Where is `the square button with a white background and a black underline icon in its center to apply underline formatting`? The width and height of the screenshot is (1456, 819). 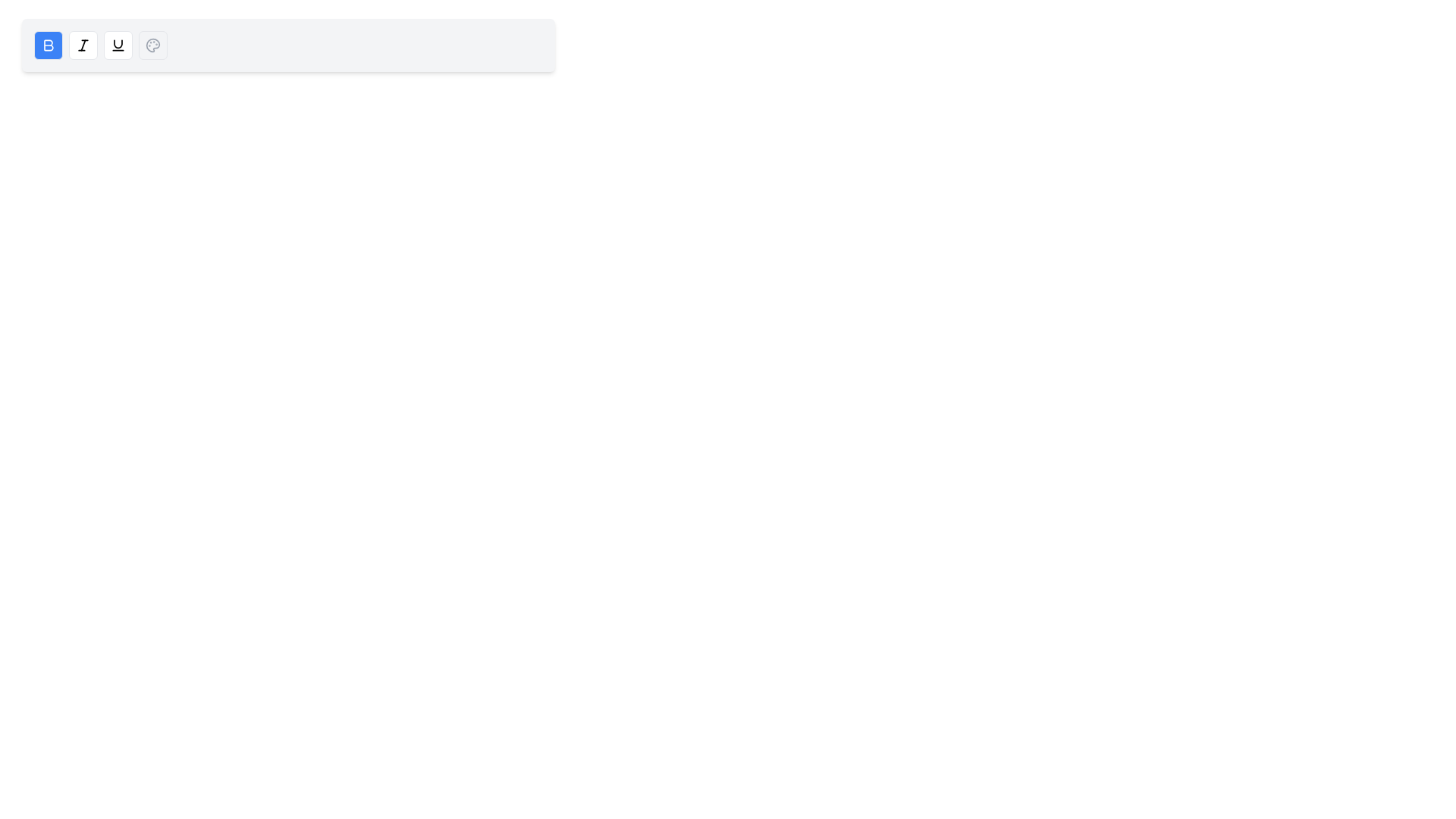 the square button with a white background and a black underline icon in its center to apply underline formatting is located at coordinates (118, 45).